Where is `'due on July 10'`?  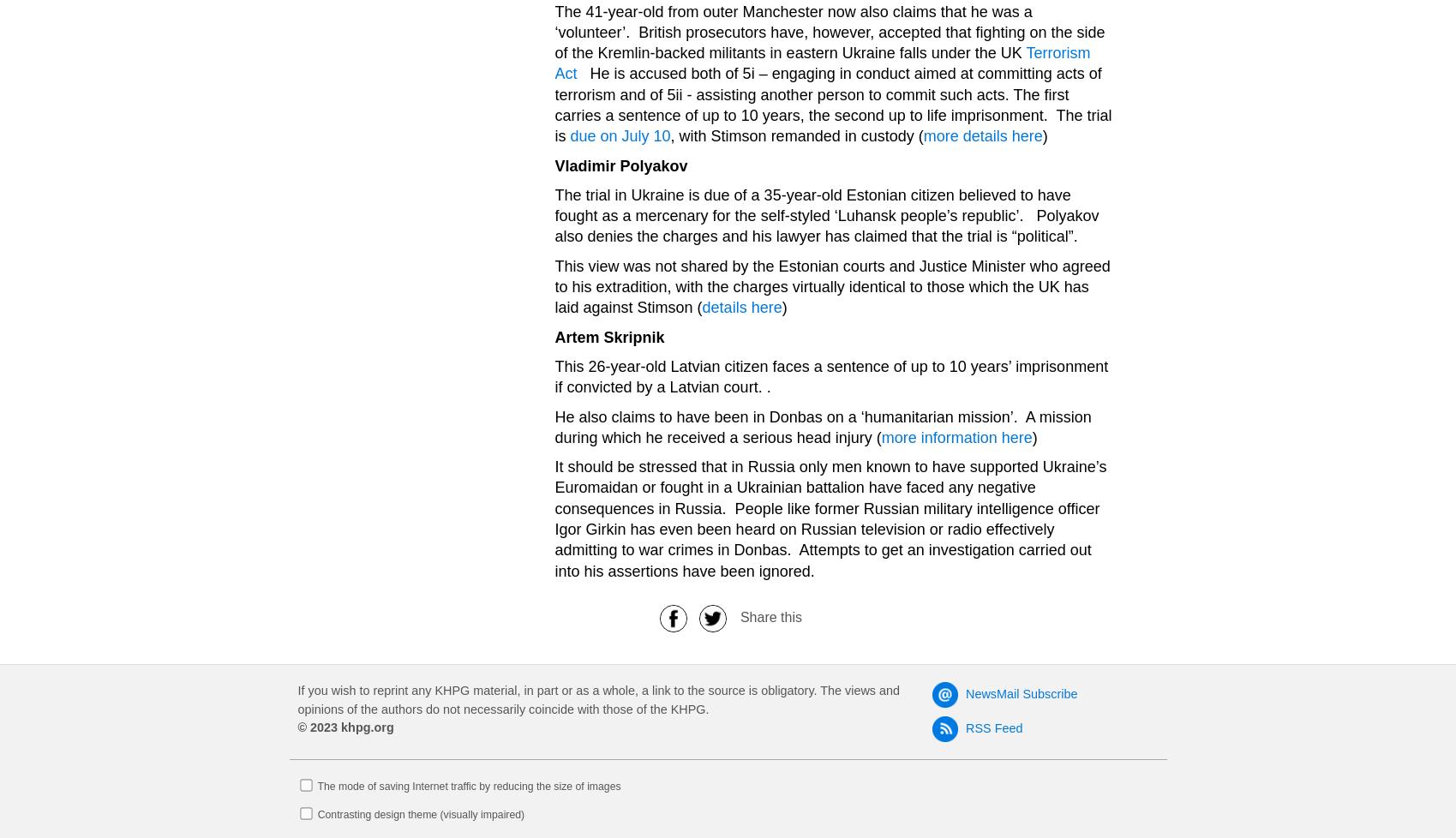 'due on July 10' is located at coordinates (619, 136).